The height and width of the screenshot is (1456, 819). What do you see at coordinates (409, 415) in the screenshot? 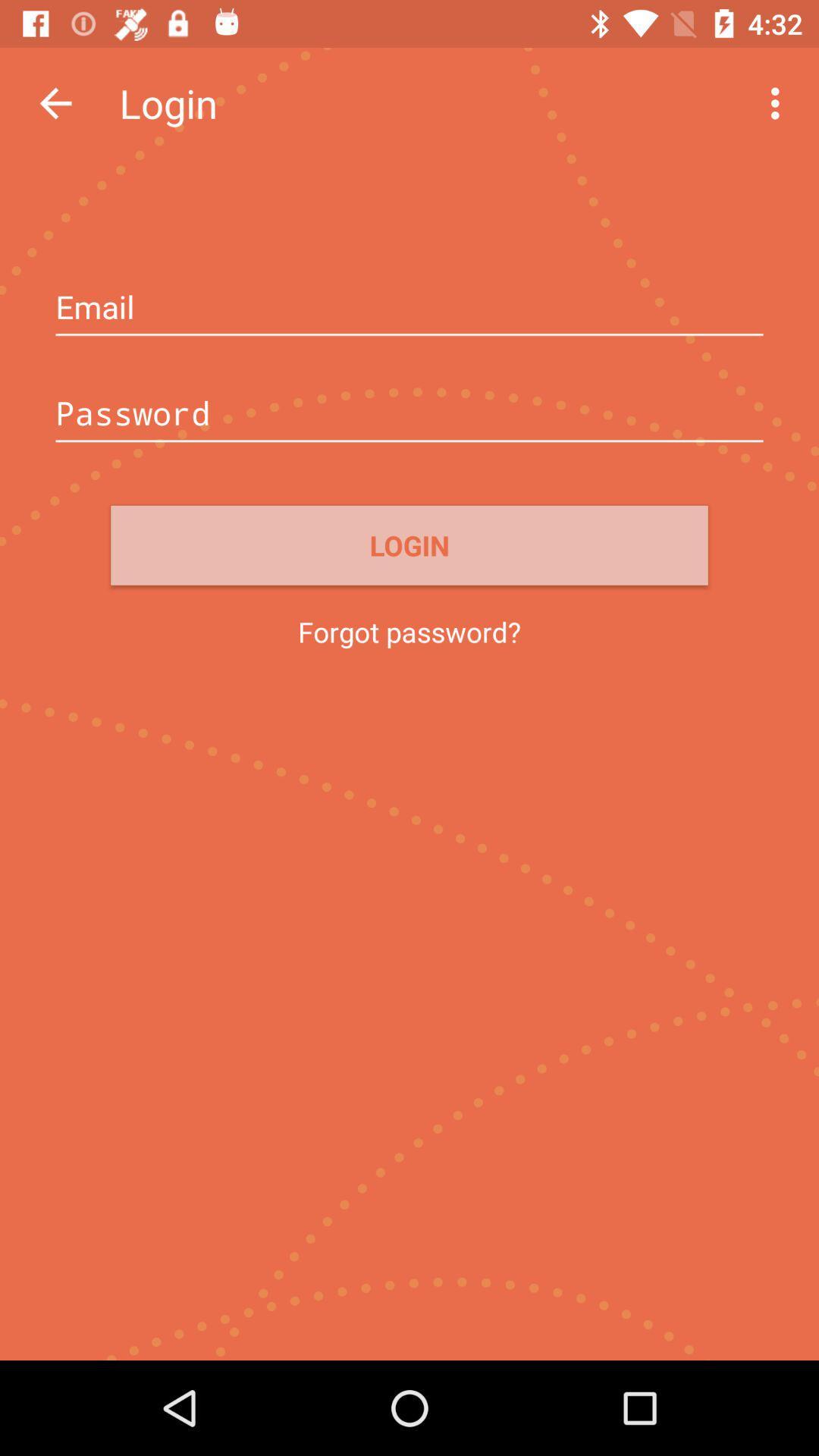
I see `input password` at bounding box center [409, 415].